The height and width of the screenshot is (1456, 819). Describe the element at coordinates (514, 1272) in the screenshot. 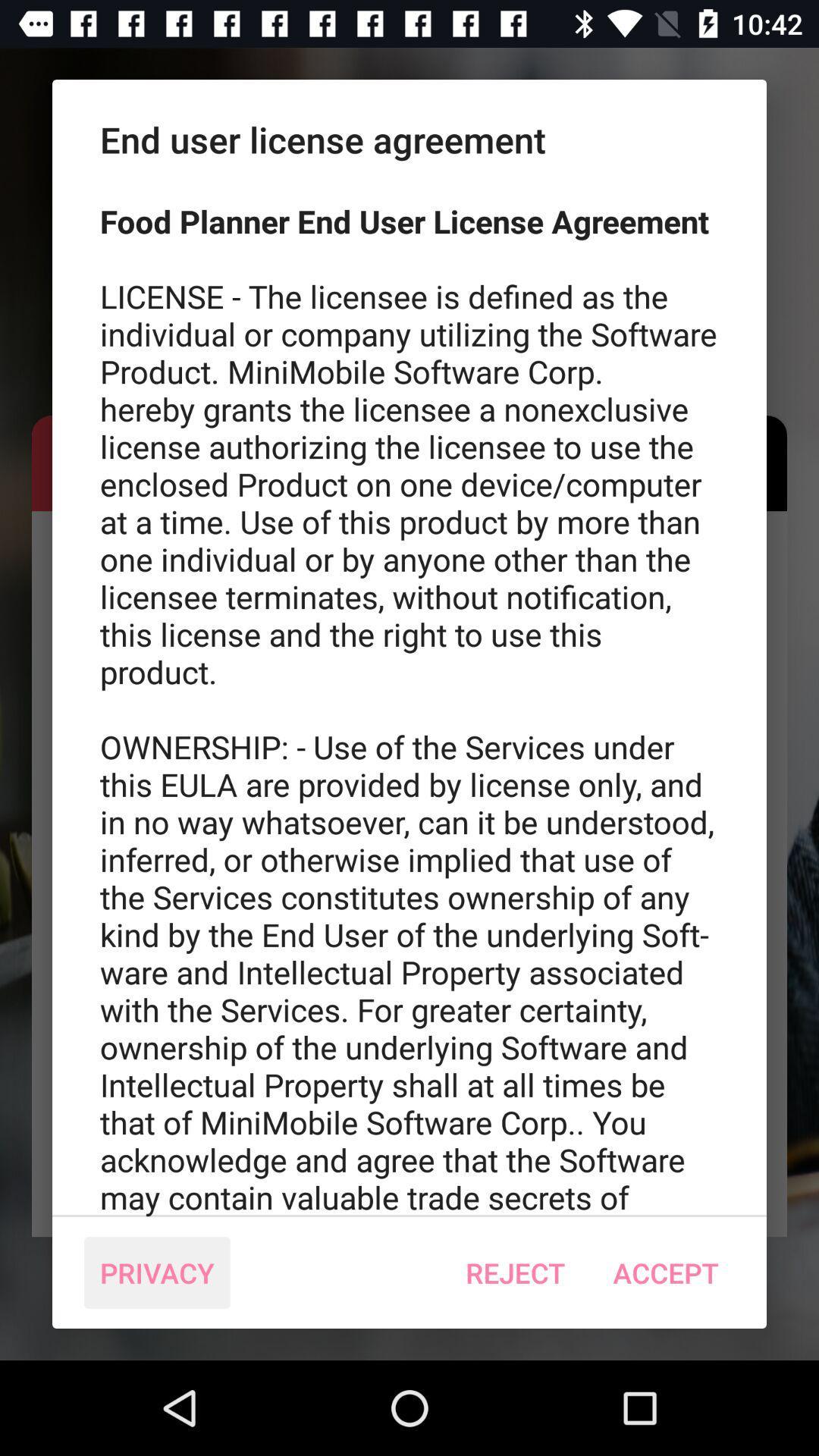

I see `the icon to the right of the privacy icon` at that location.